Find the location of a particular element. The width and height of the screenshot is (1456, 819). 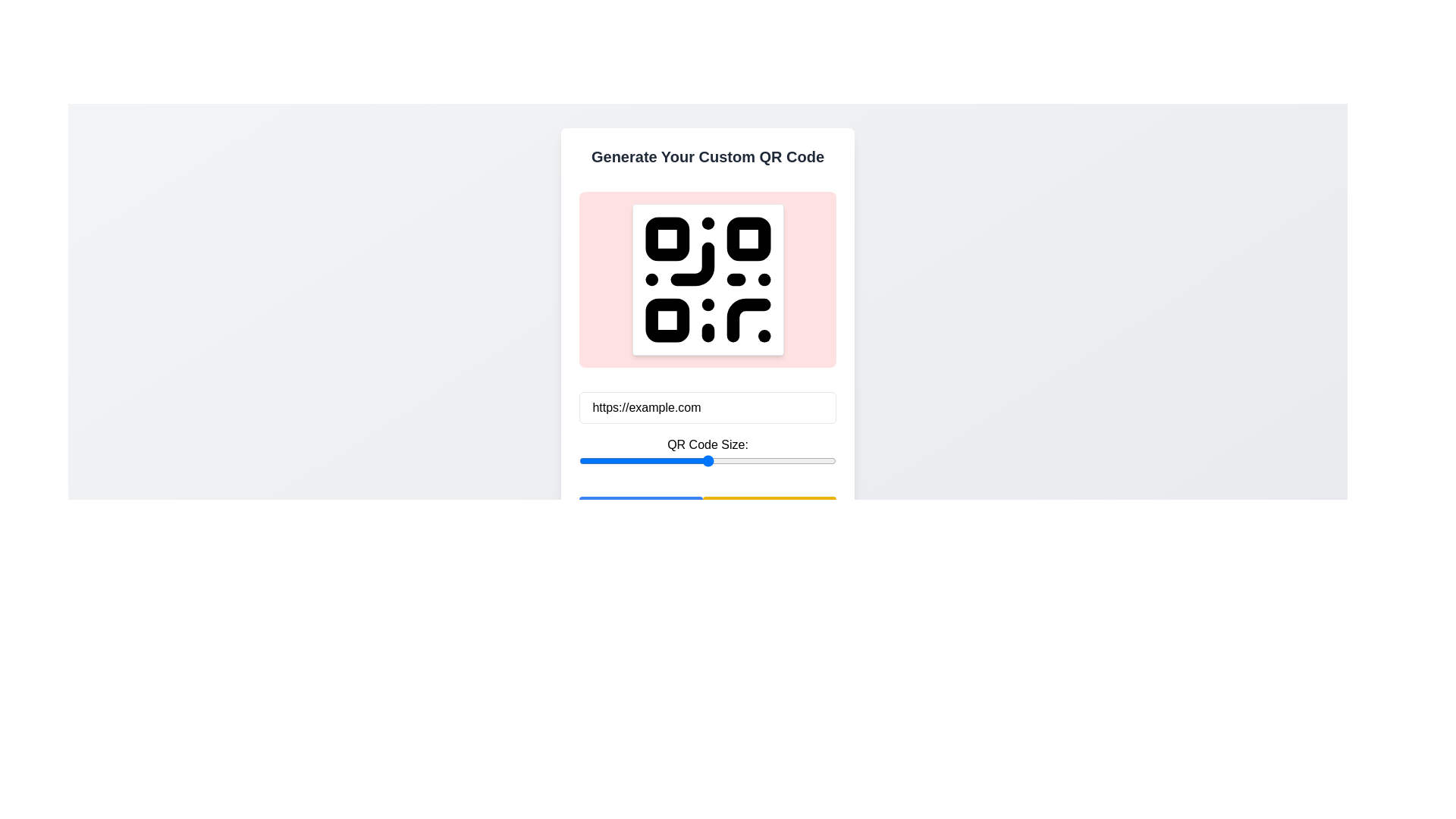

the QR code size is located at coordinates (667, 460).